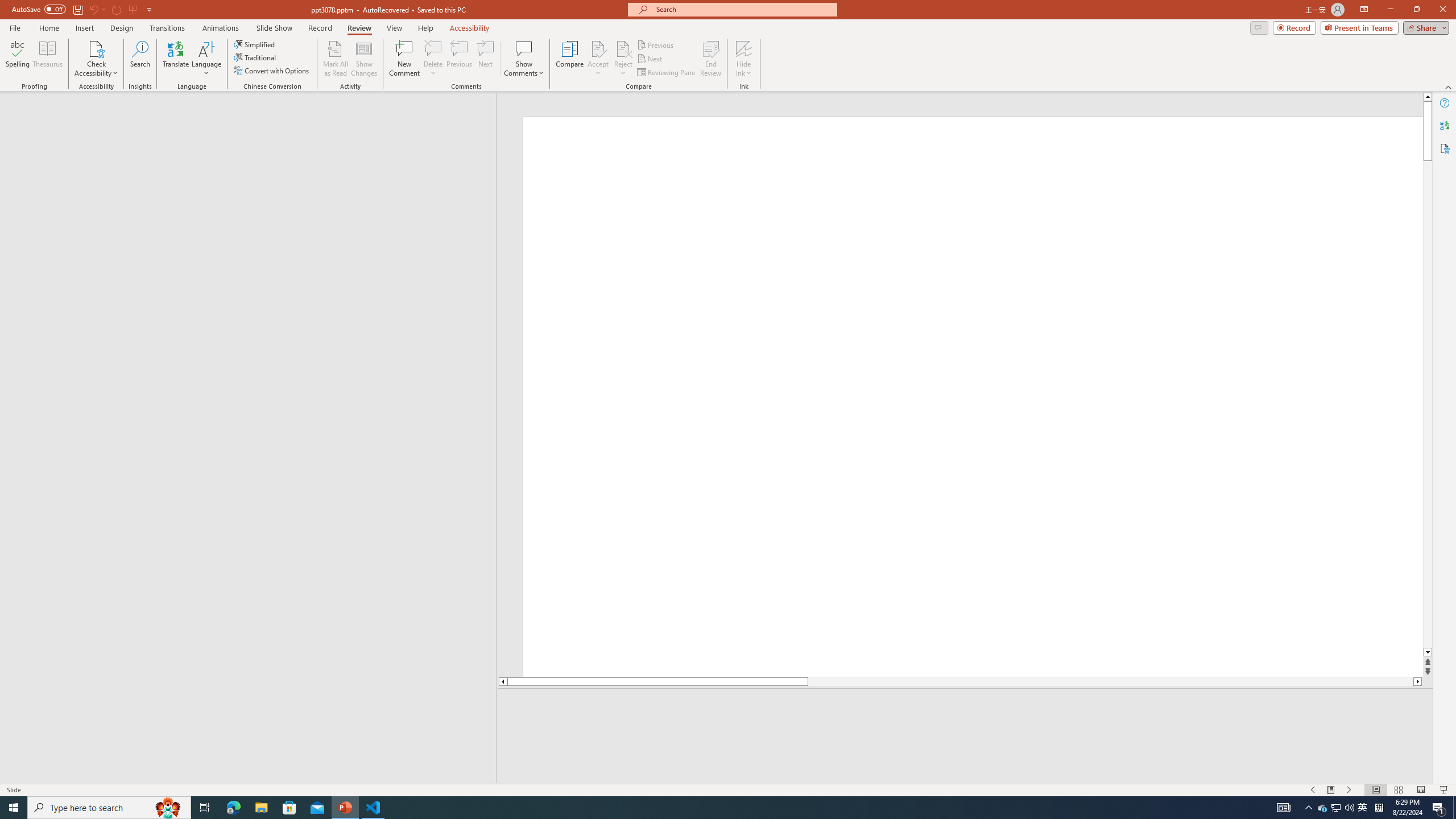 The image size is (1456, 819). Describe the element at coordinates (47, 59) in the screenshot. I see `'Thesaurus...'` at that location.